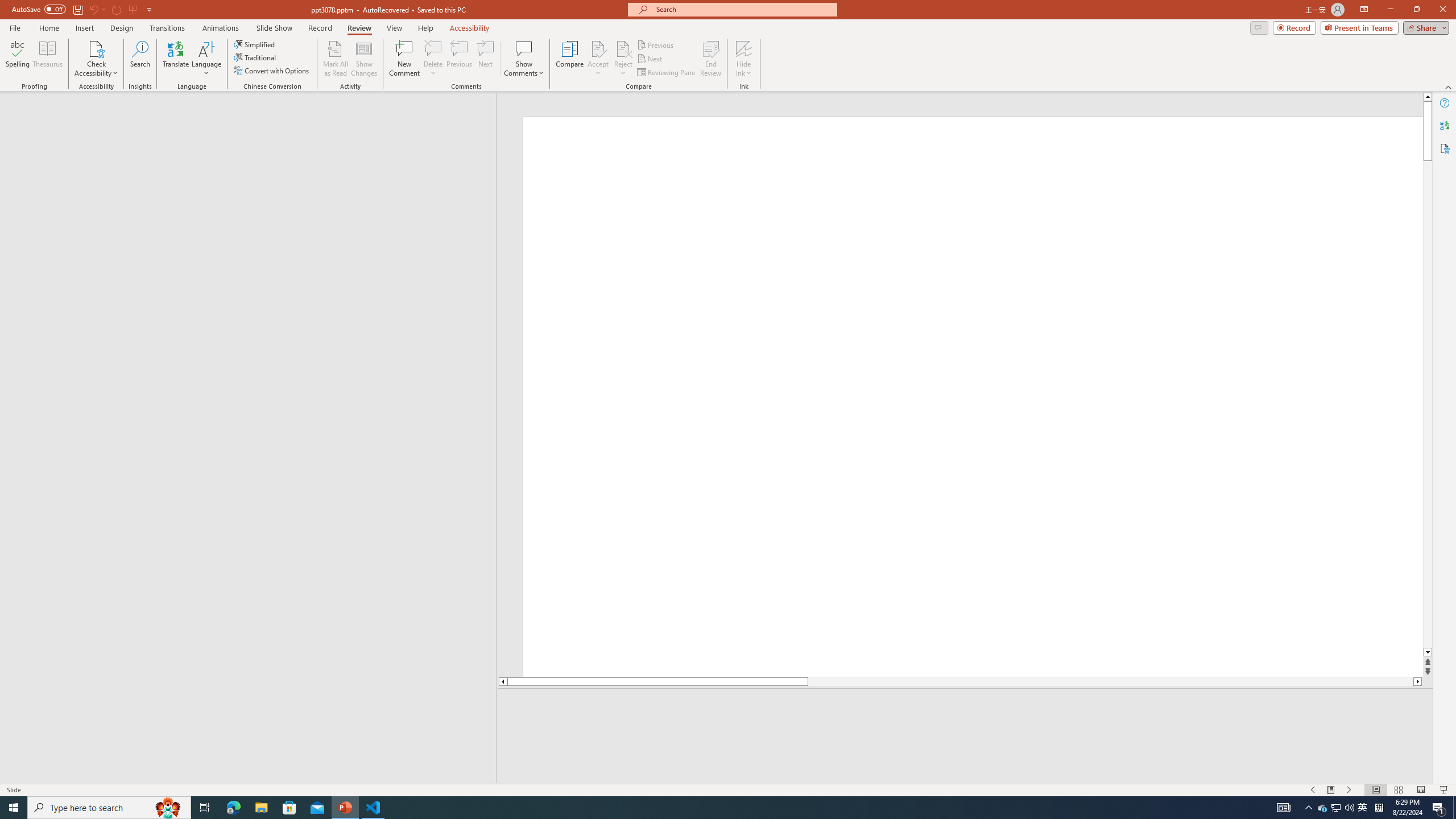 The image size is (1456, 819). Describe the element at coordinates (47, 59) in the screenshot. I see `'Thesaurus...'` at that location.